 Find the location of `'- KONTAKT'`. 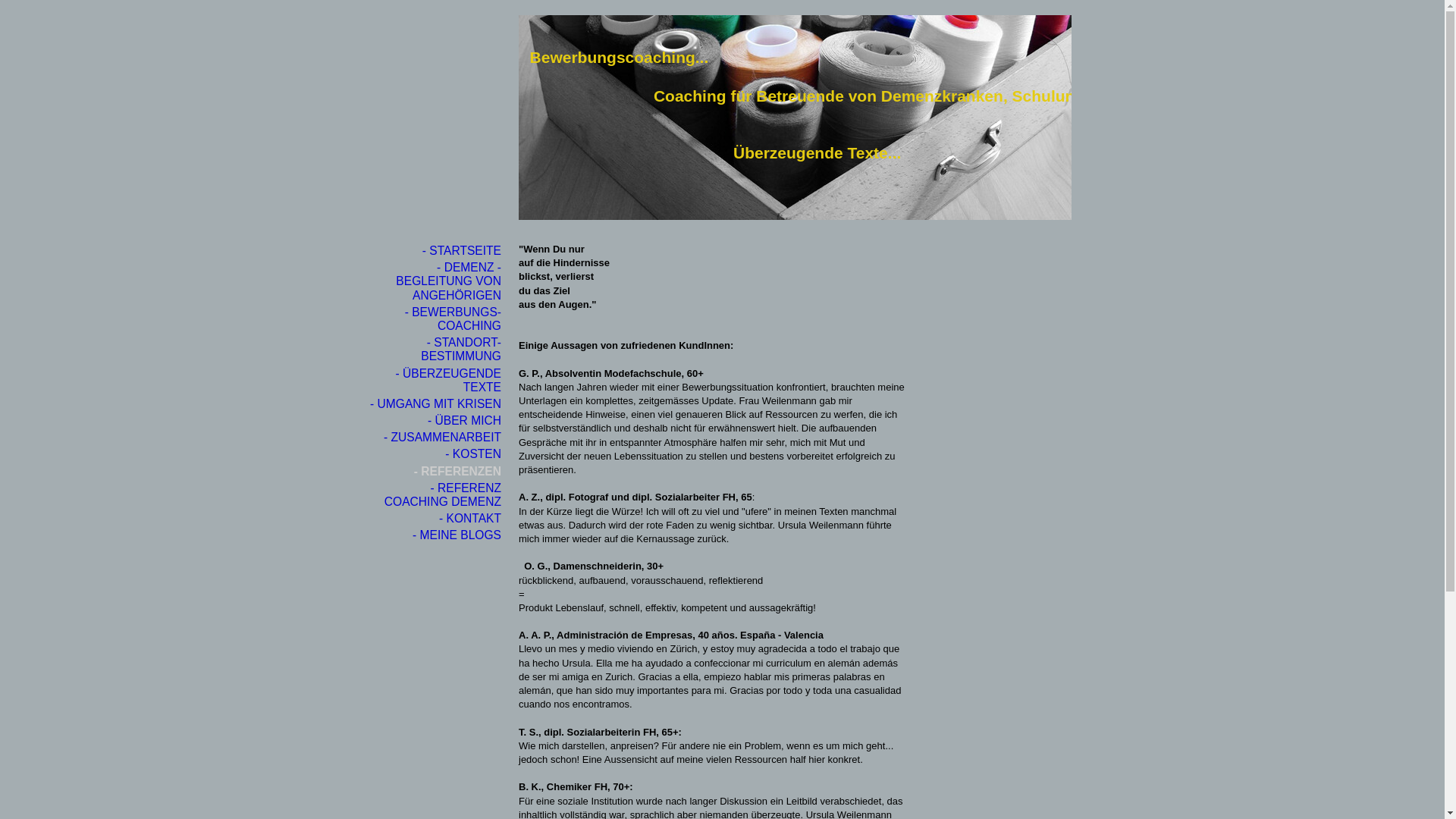

'- KONTAKT' is located at coordinates (435, 517).